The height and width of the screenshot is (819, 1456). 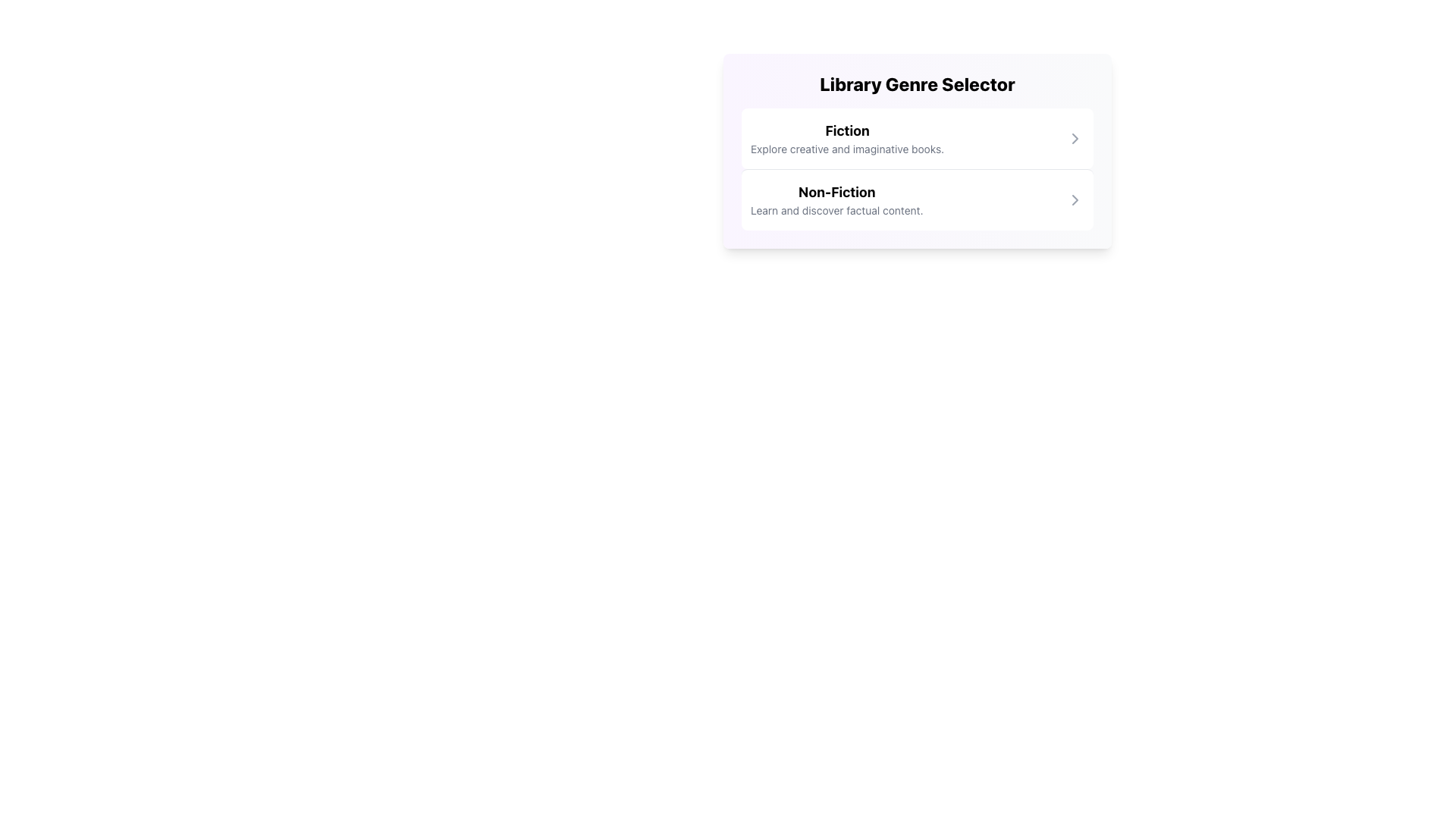 What do you see at coordinates (846, 130) in the screenshot?
I see `the bold, large-sized text label reading 'Fiction' that is centrally aligned and located above the descriptive text in the 'Library Genre Selector' section` at bounding box center [846, 130].